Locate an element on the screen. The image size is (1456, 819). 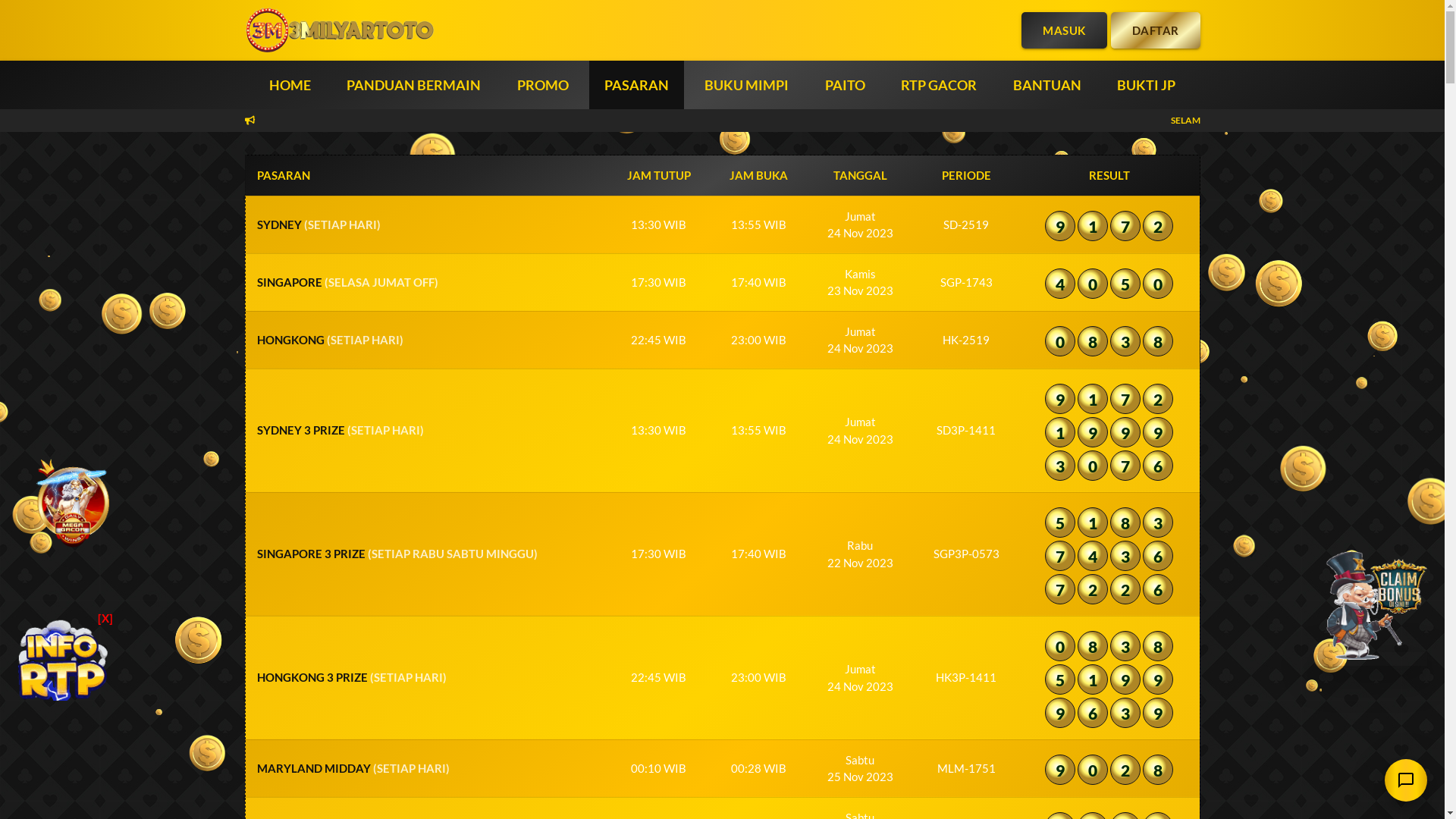
'0 8 3 8 is located at coordinates (1124, 680).